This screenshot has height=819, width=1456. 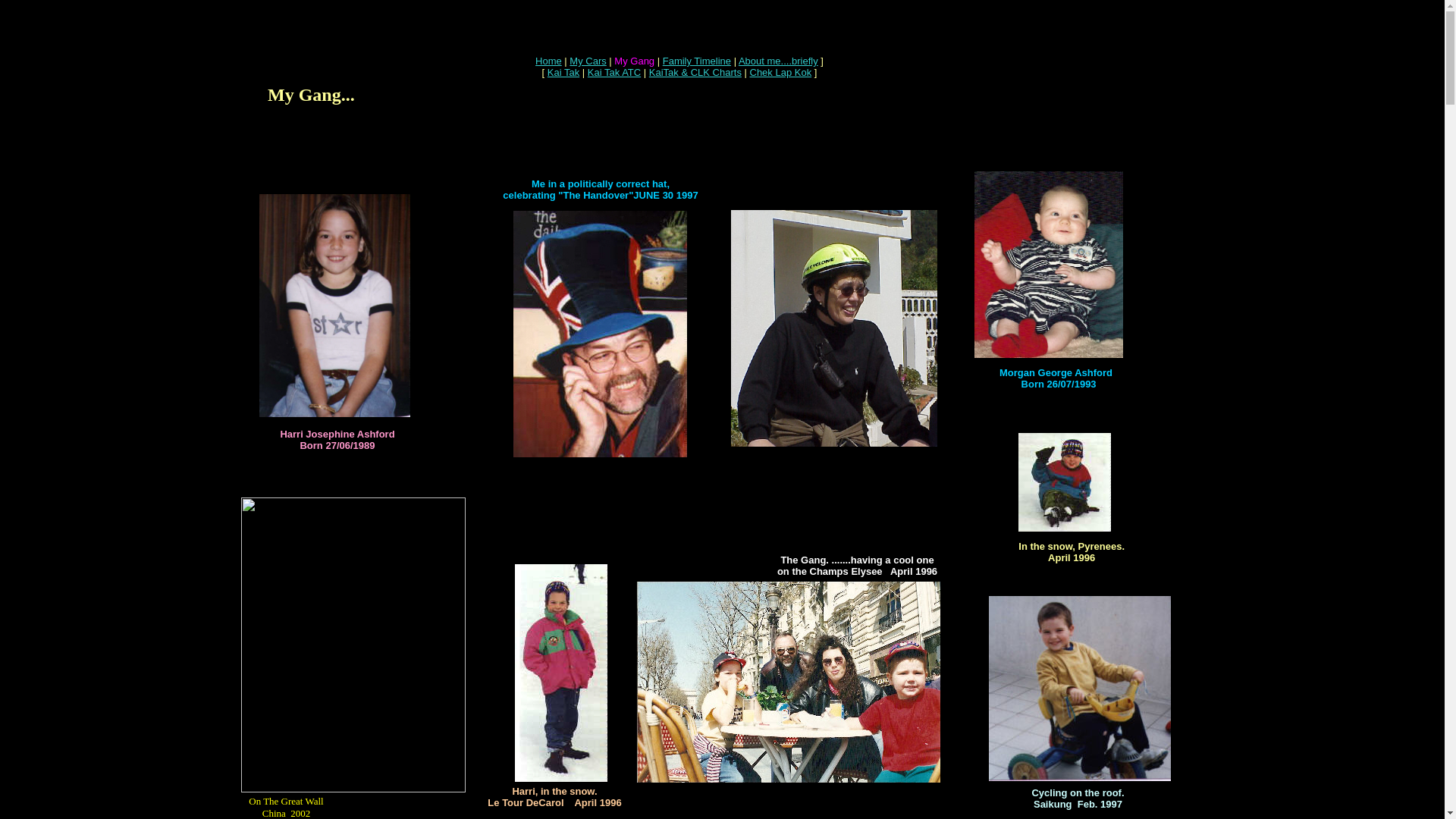 What do you see at coordinates (548, 60) in the screenshot?
I see `'Home'` at bounding box center [548, 60].